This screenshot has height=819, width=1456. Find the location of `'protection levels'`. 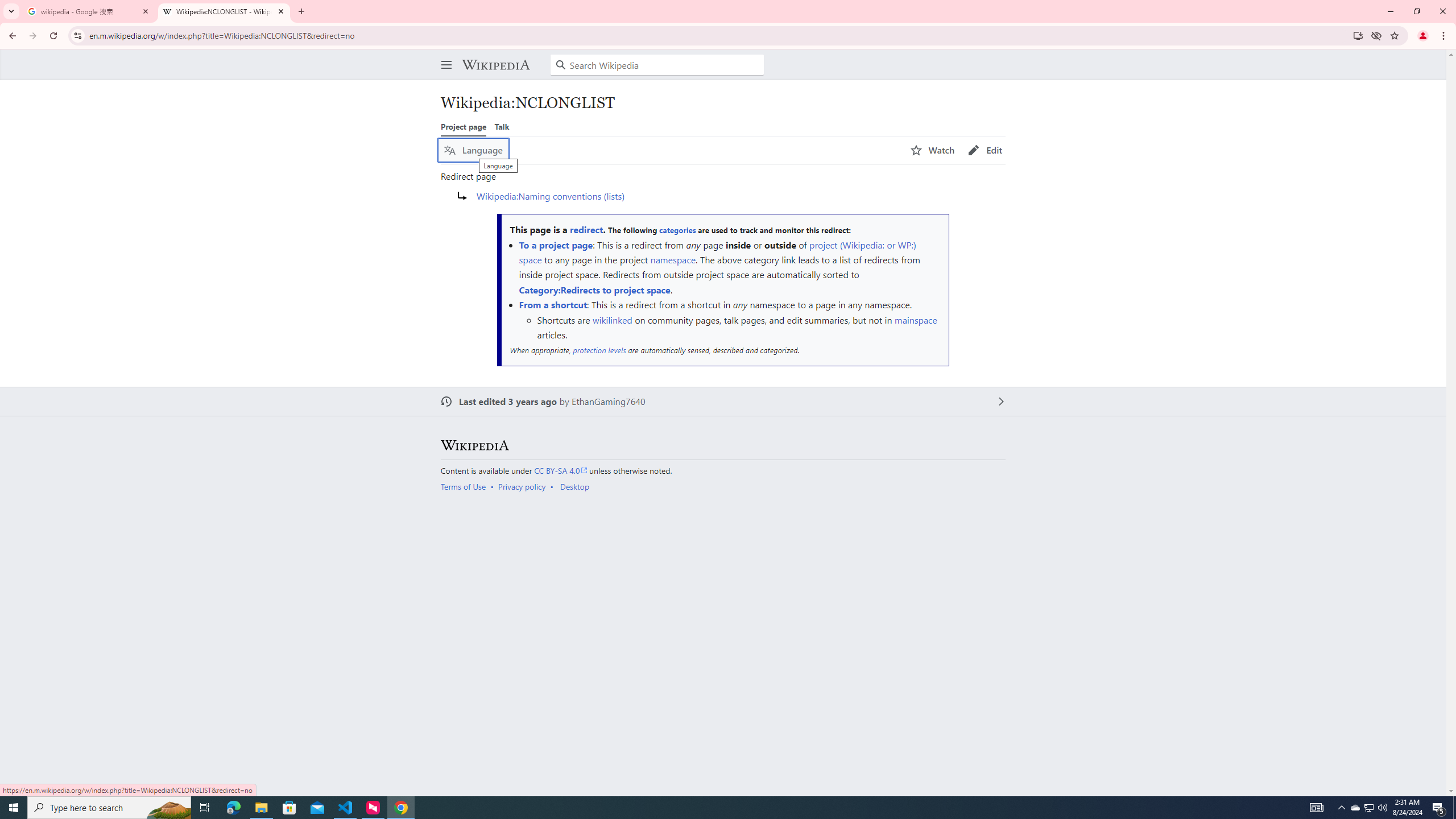

'protection levels' is located at coordinates (598, 350).